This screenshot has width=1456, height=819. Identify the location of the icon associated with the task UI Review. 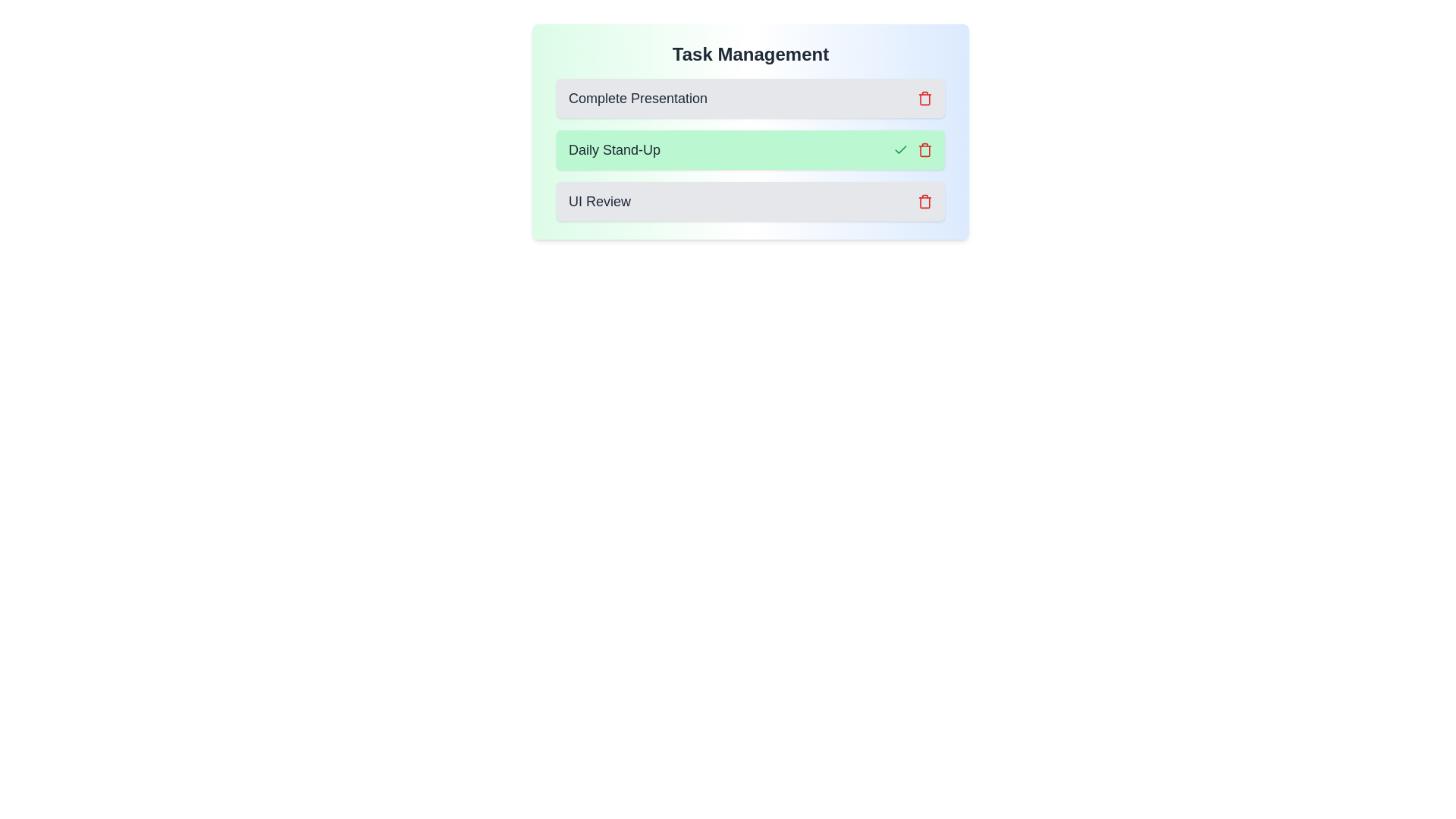
(924, 201).